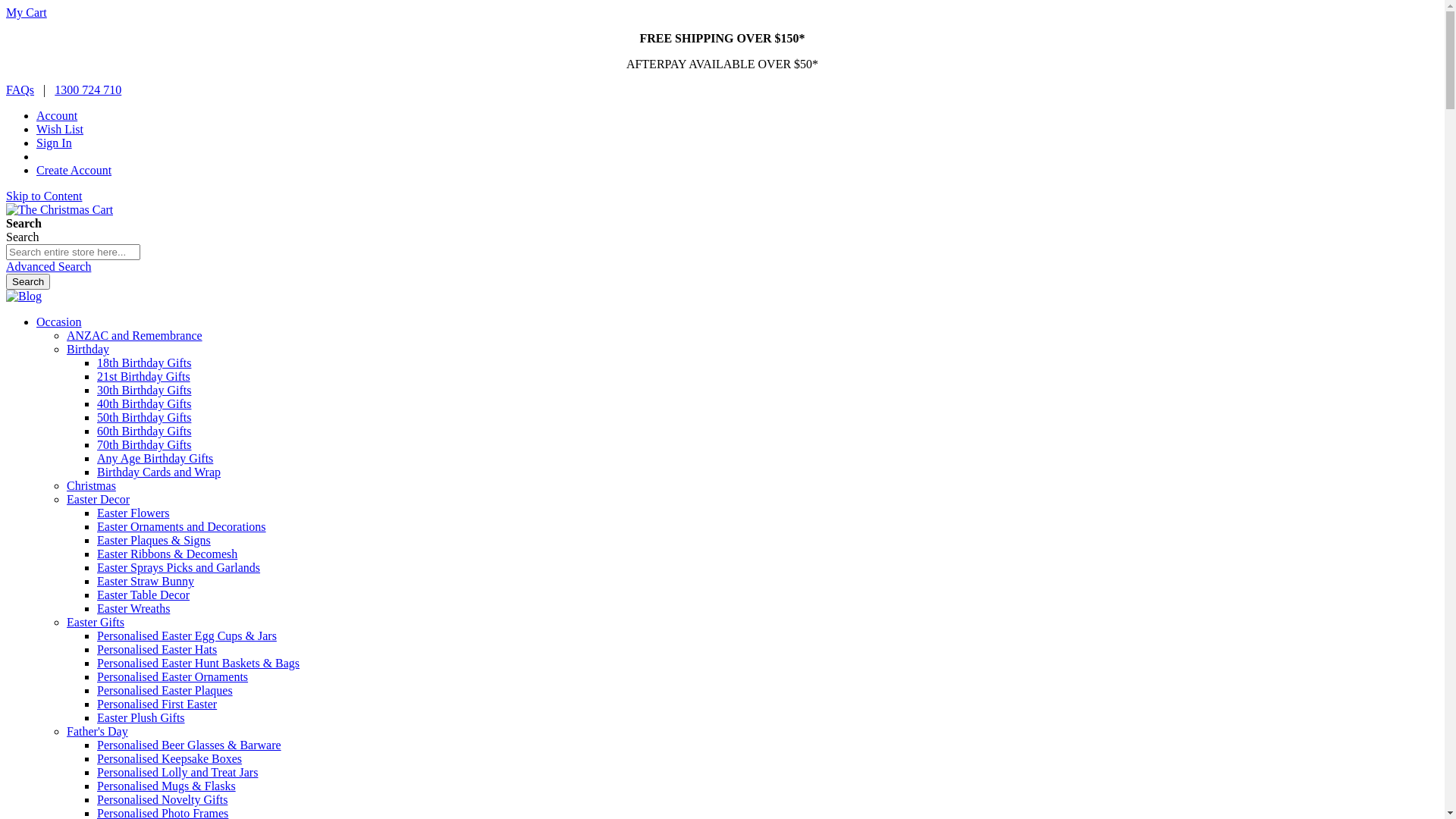  What do you see at coordinates (20, 89) in the screenshot?
I see `'FAQs'` at bounding box center [20, 89].